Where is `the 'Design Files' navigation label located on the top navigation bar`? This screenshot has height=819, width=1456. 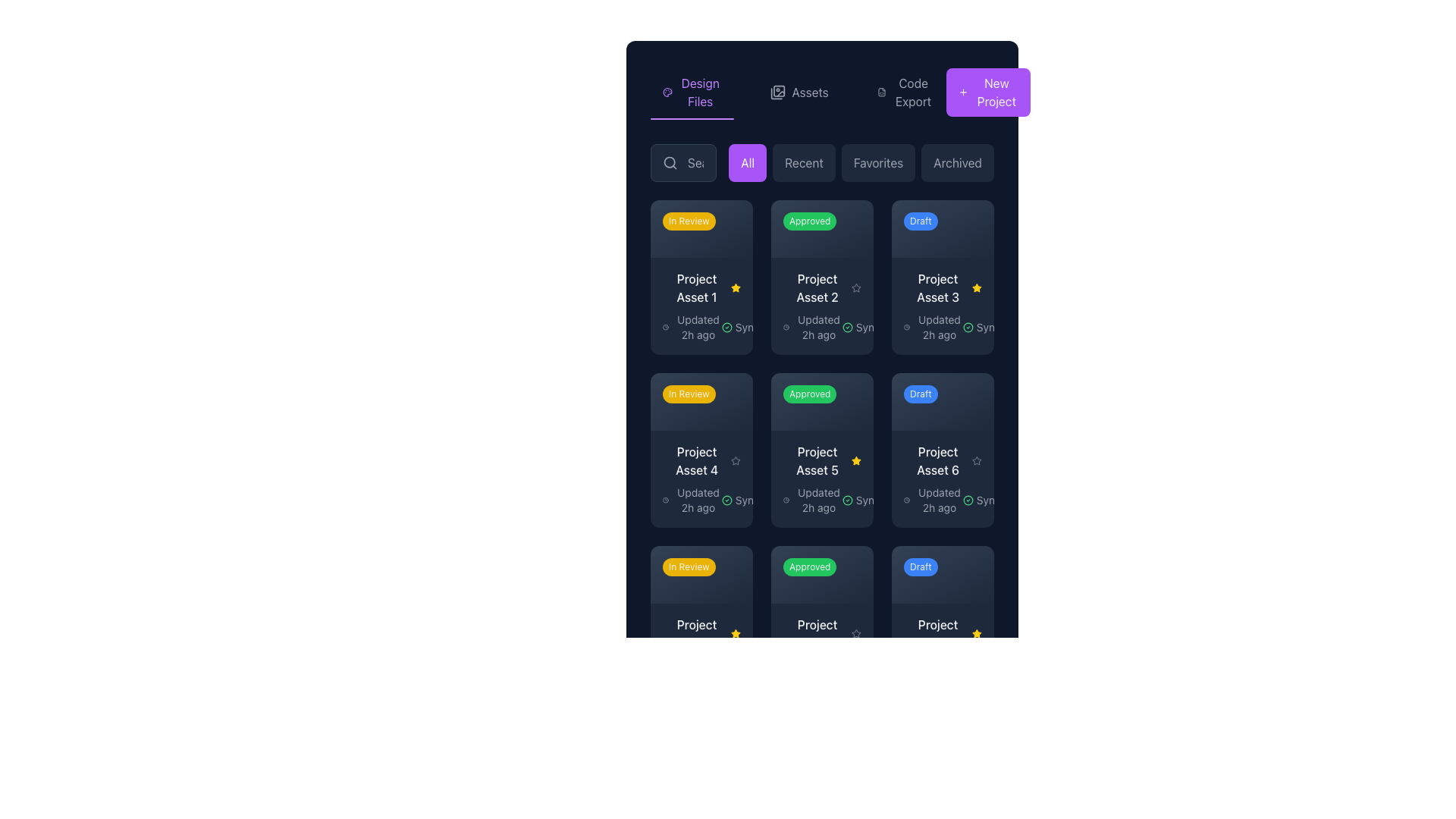 the 'Design Files' navigation label located on the top navigation bar is located at coordinates (699, 93).